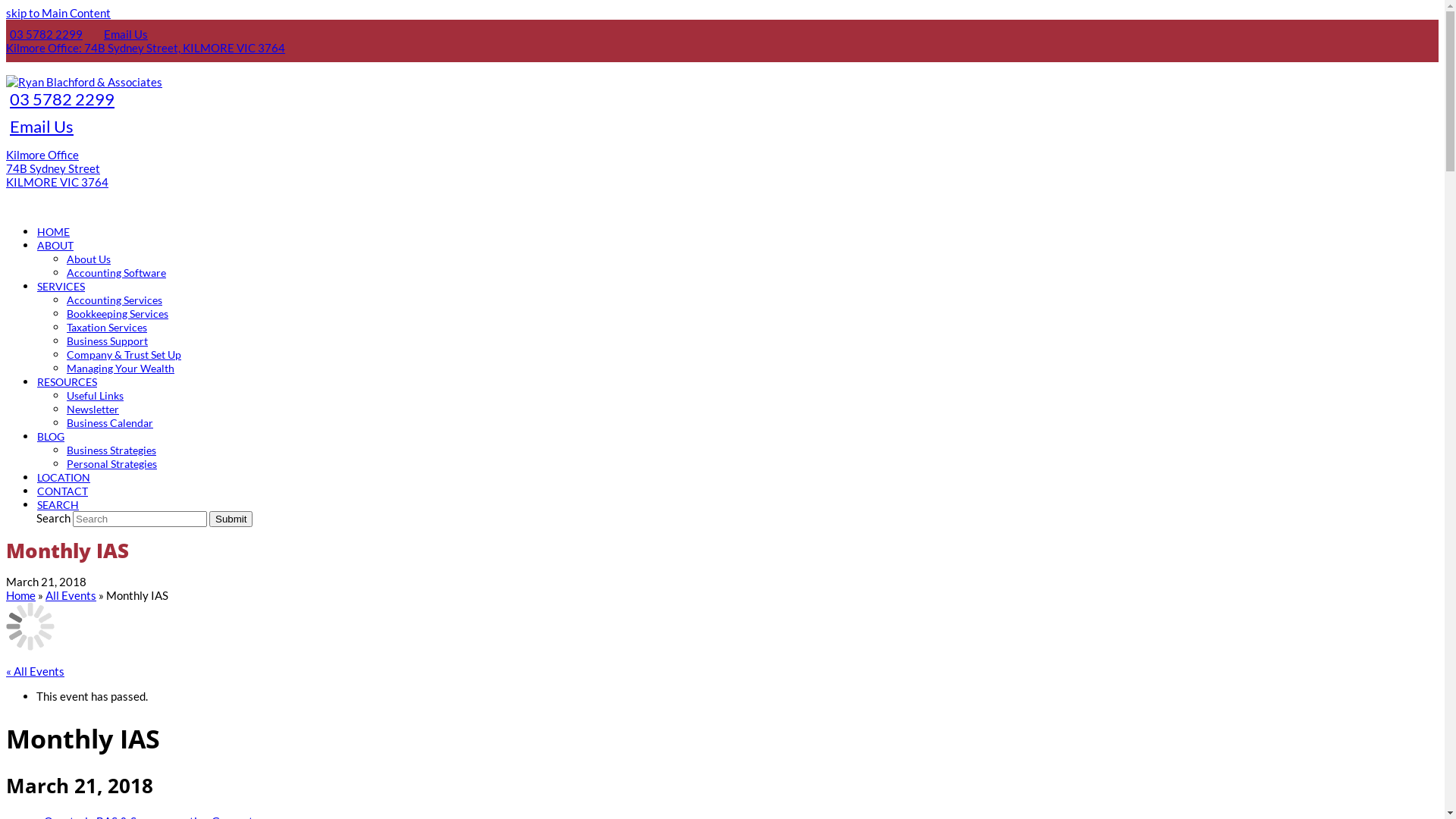 The width and height of the screenshot is (1456, 819). What do you see at coordinates (146, 46) in the screenshot?
I see `'Kilmore Office: 74B Sydney Street, KILMORE VIC 3764'` at bounding box center [146, 46].